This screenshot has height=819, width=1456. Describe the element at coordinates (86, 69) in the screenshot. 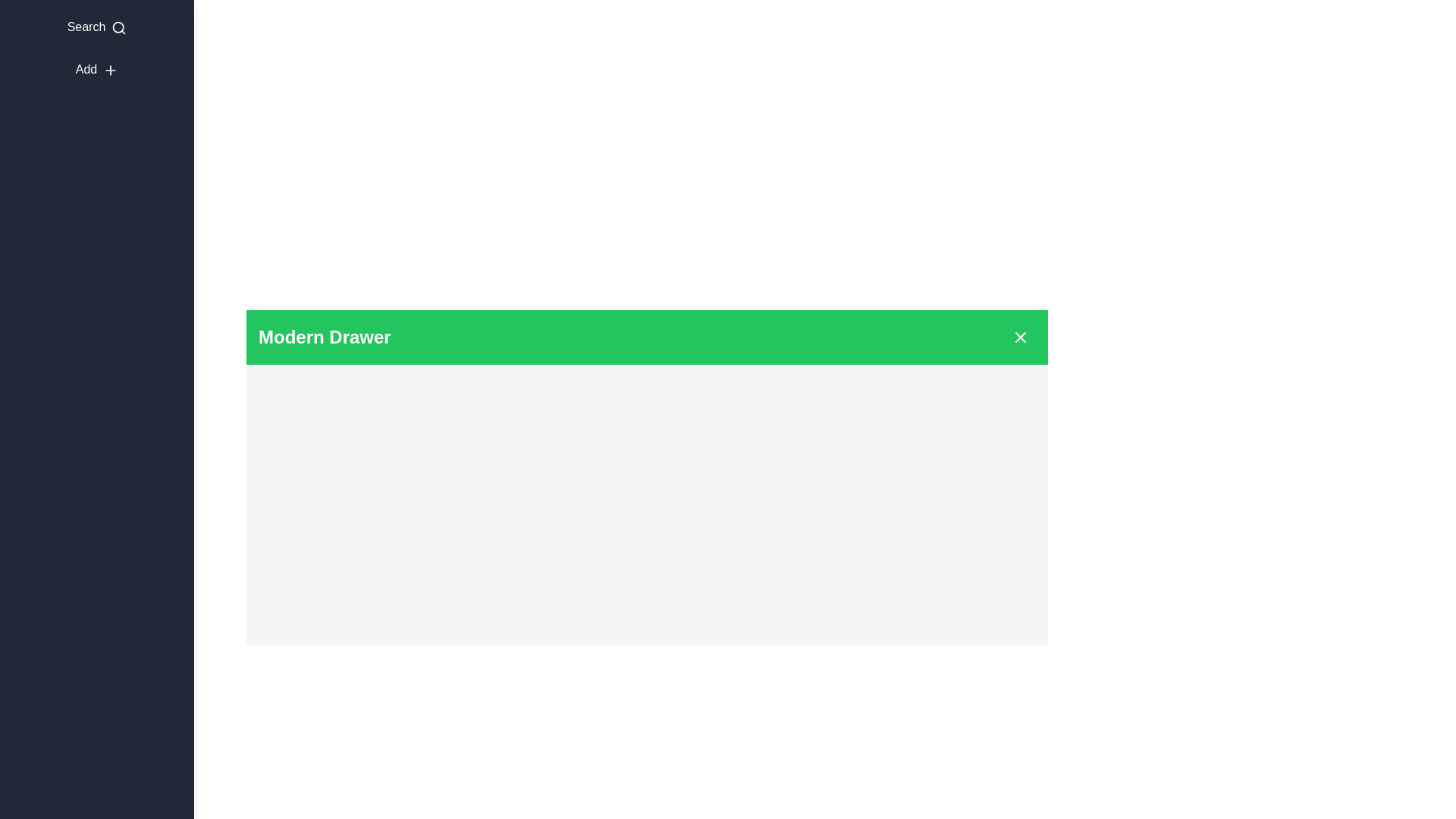

I see `the text label that serves as a menu item for adding new items, located in the left sidebar under the search field` at that location.